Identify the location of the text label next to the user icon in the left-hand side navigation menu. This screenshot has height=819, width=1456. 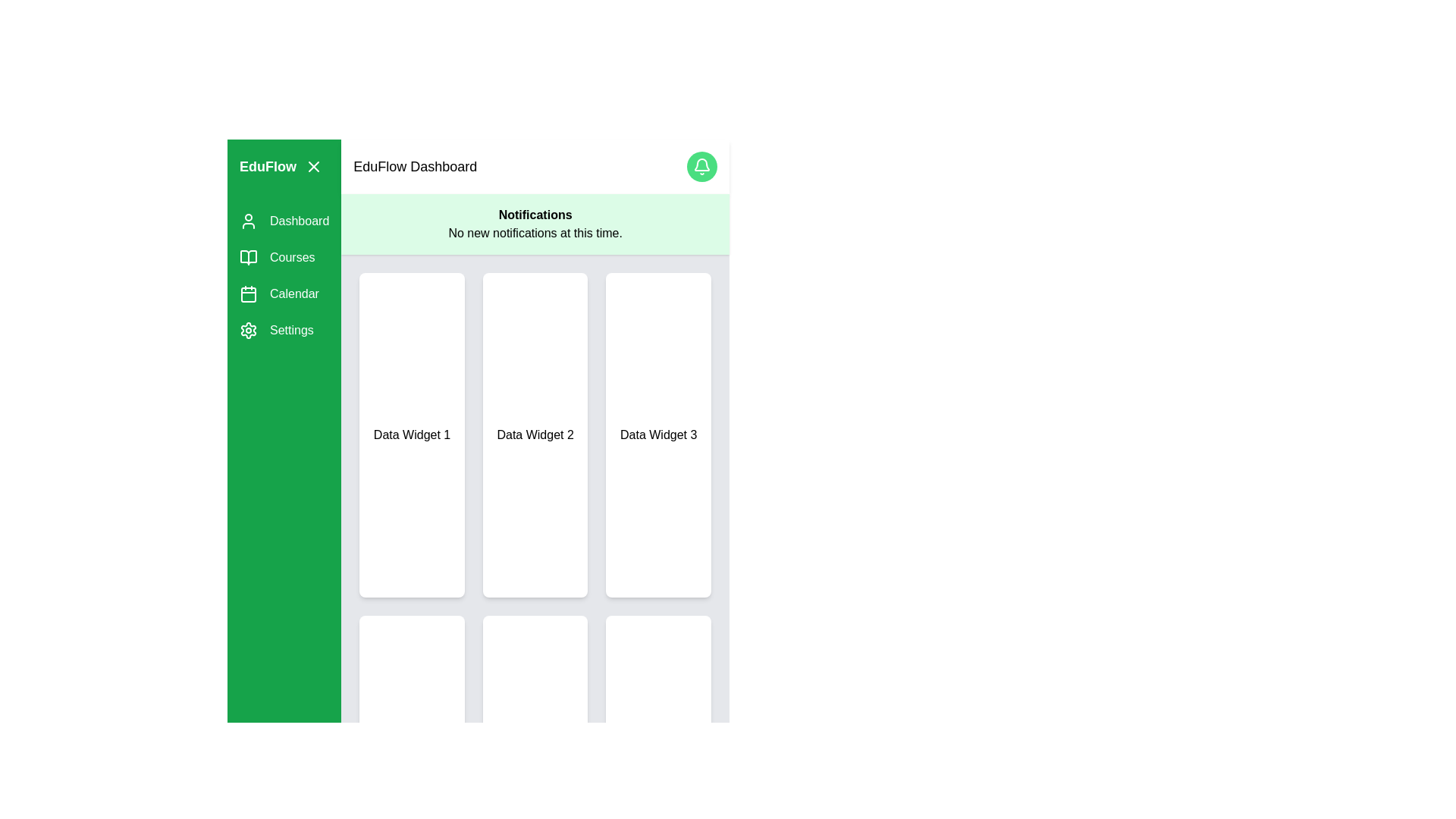
(299, 221).